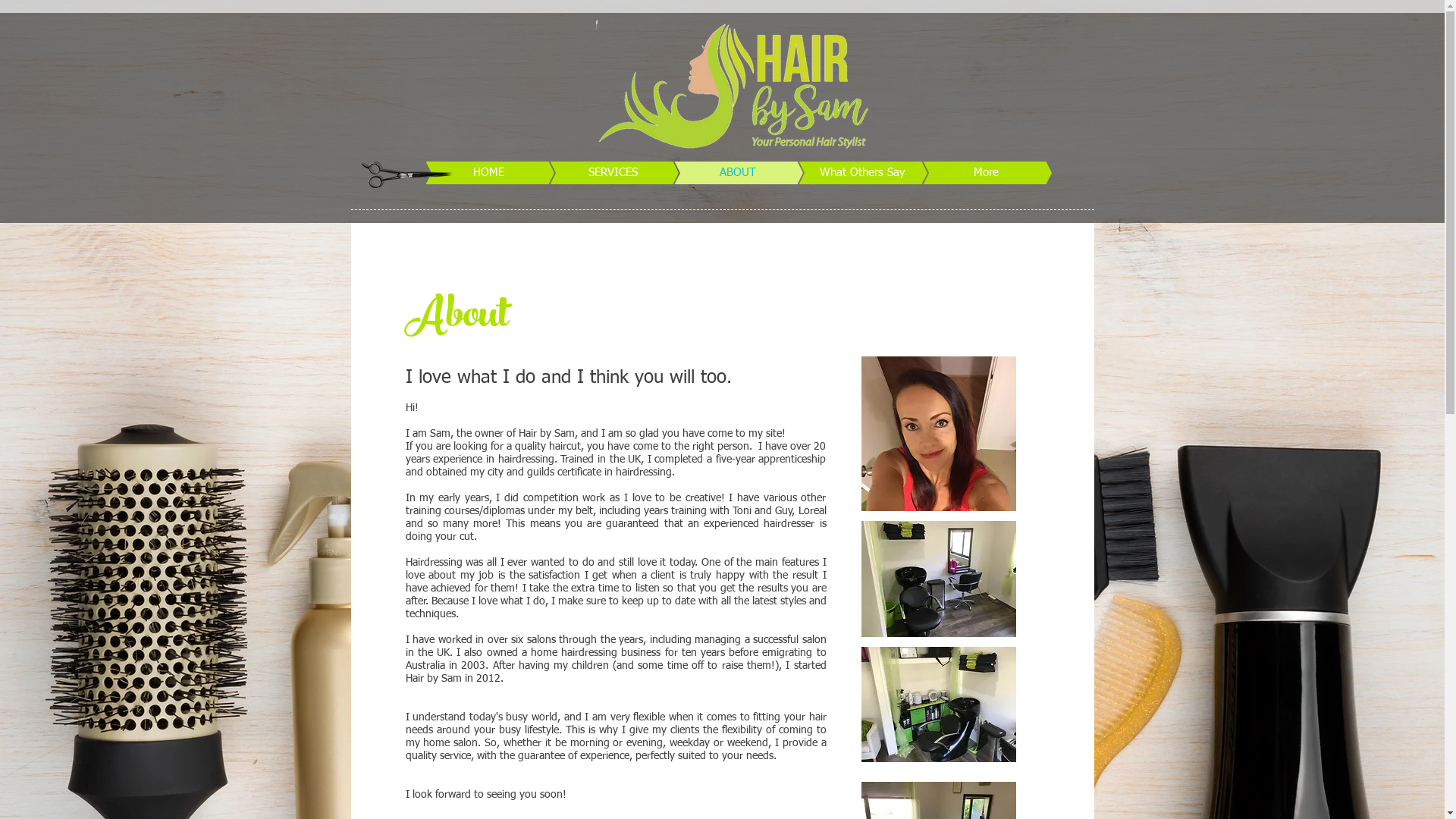  Describe the element at coordinates (588, 171) in the screenshot. I see `'SERVICES'` at that location.